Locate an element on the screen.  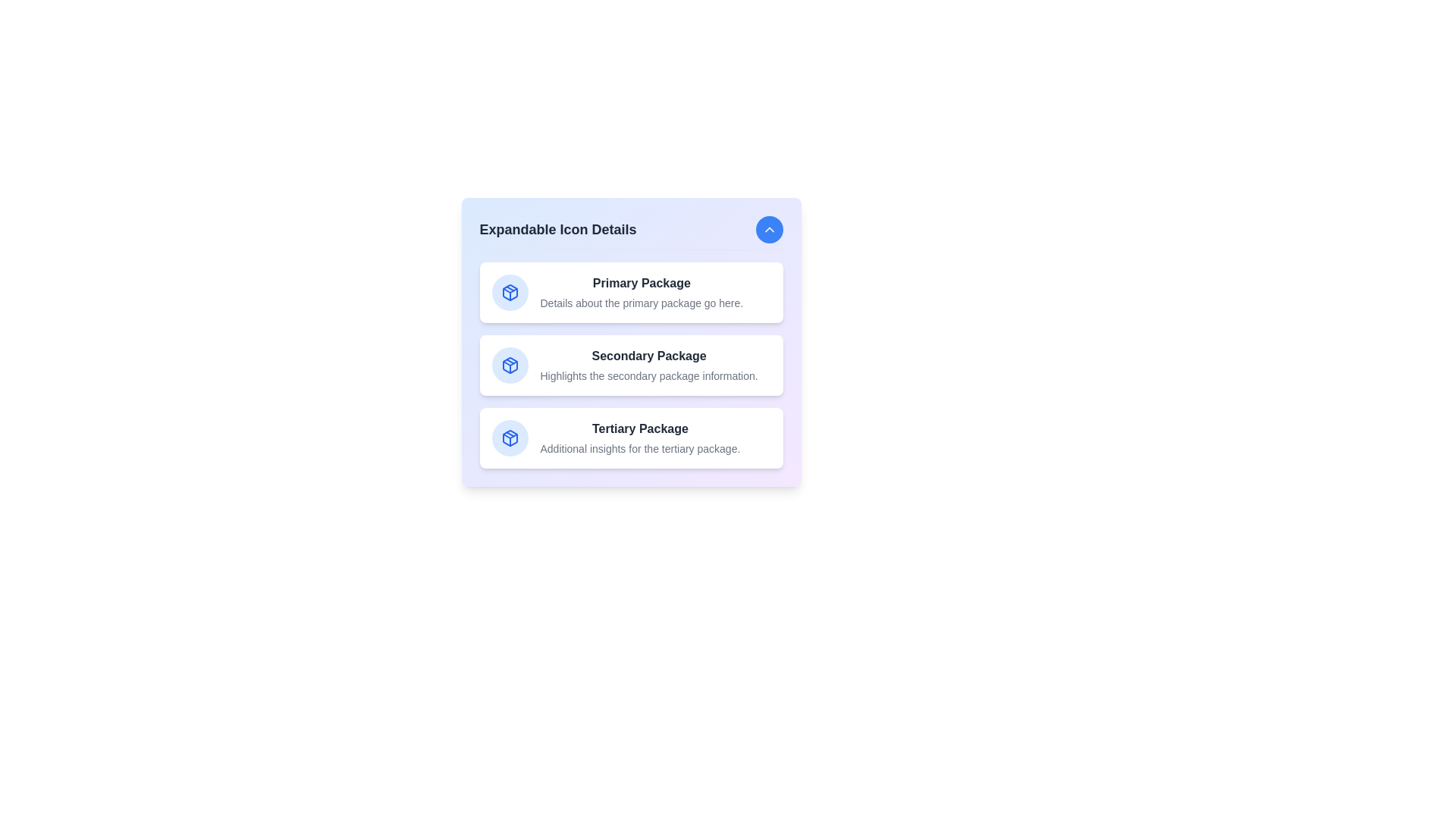
the upward chevron icon button located at the upper-right corner of the 'Expandable Icon Details' card is located at coordinates (769, 230).